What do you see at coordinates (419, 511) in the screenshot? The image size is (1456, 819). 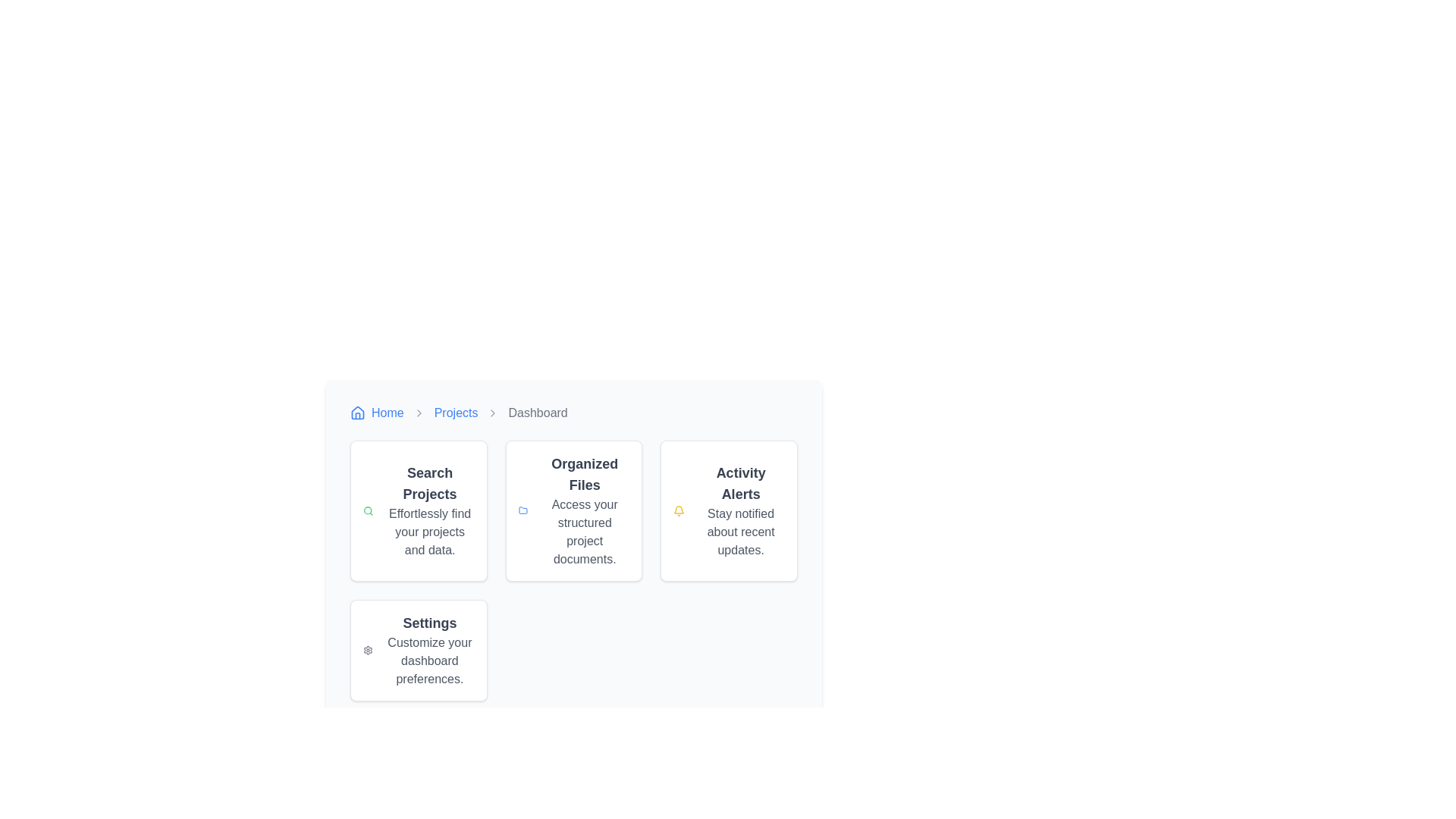 I see `the green search icon on the first card labeled 'Search Projects', which is located in the top left corner of the layout` at bounding box center [419, 511].